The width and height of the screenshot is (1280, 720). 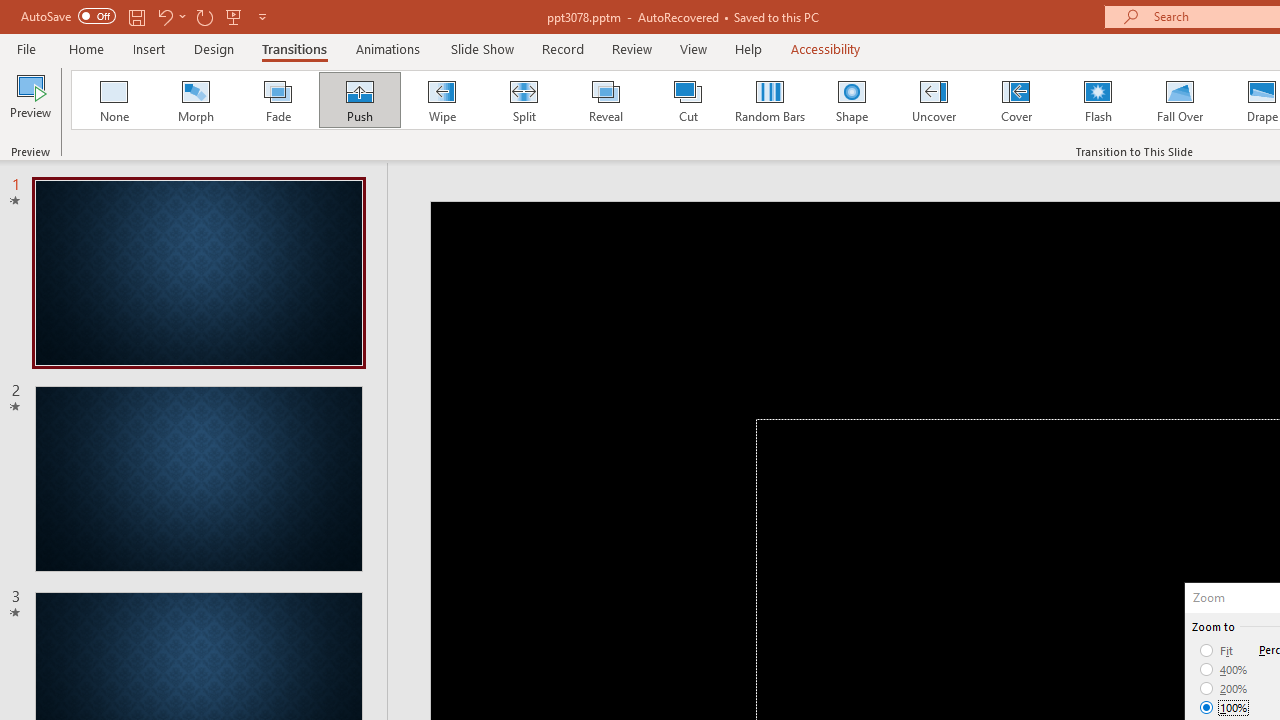 I want to click on 'Cover', so click(x=1016, y=100).